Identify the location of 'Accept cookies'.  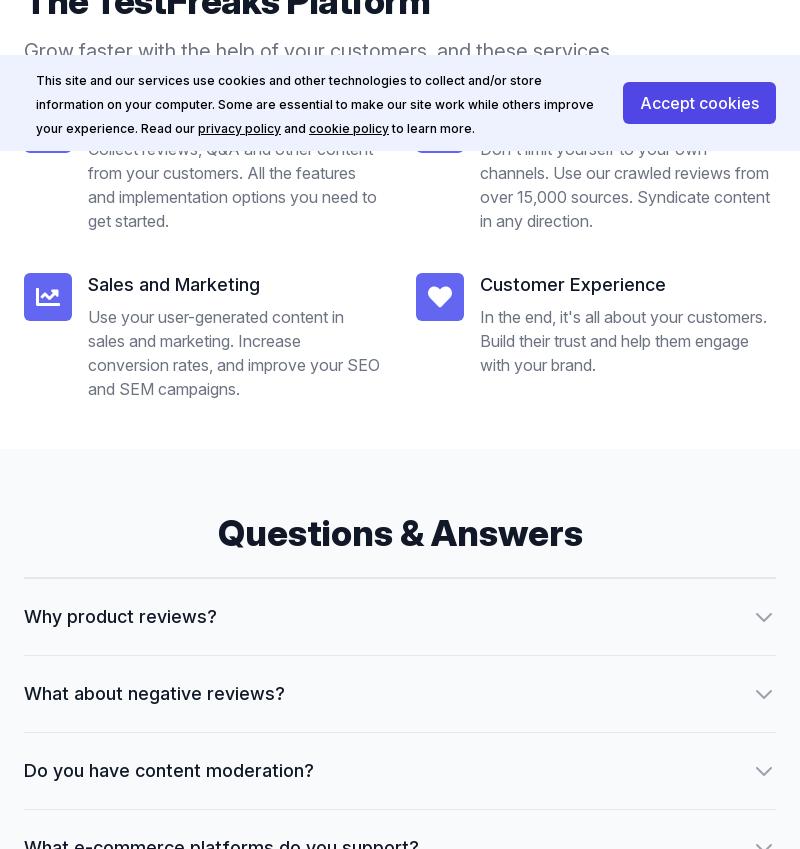
(699, 101).